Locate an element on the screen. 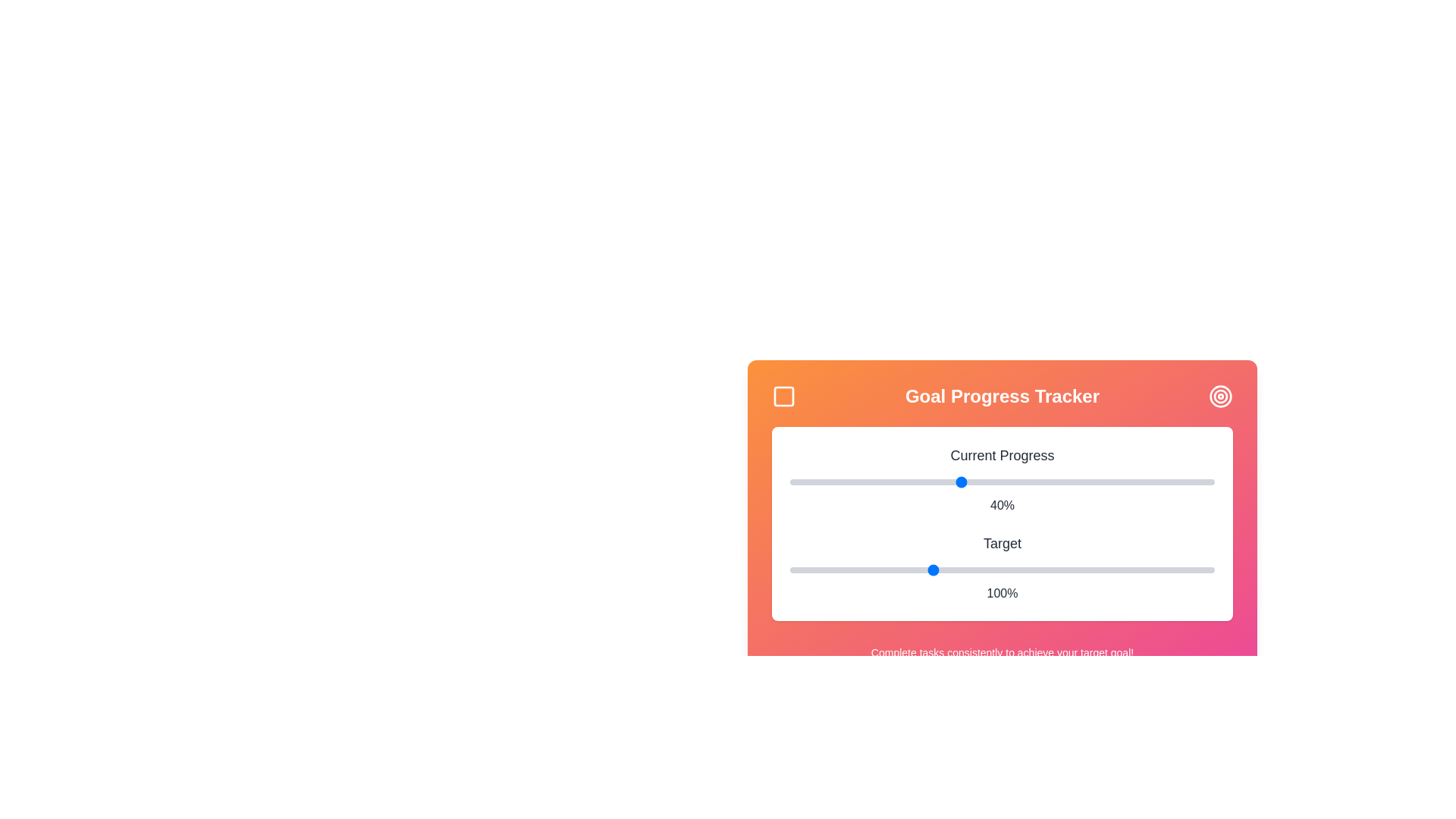 The height and width of the screenshot is (819, 1456). the square icon in the header is located at coordinates (783, 396).